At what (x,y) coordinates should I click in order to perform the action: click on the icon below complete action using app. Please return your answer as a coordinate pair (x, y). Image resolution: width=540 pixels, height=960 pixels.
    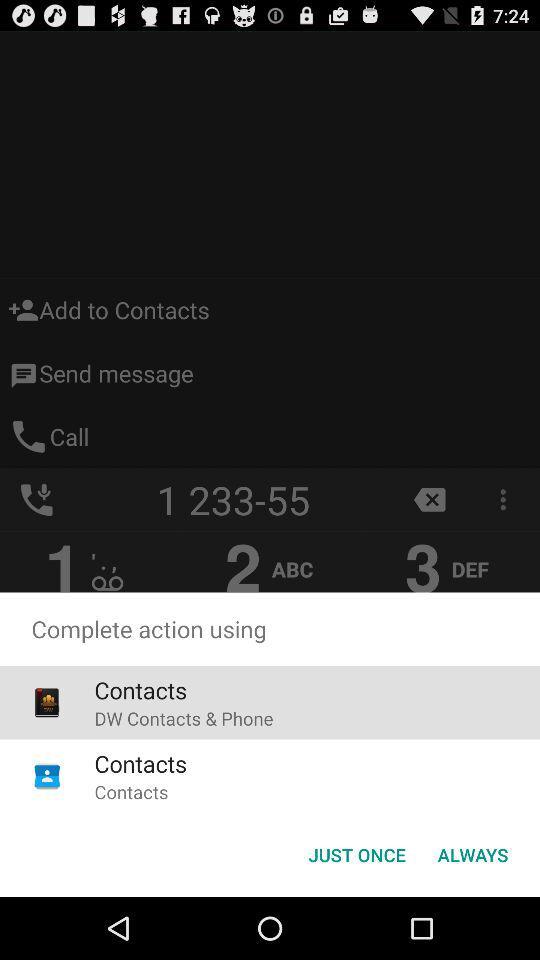
    Looking at the image, I should click on (356, 853).